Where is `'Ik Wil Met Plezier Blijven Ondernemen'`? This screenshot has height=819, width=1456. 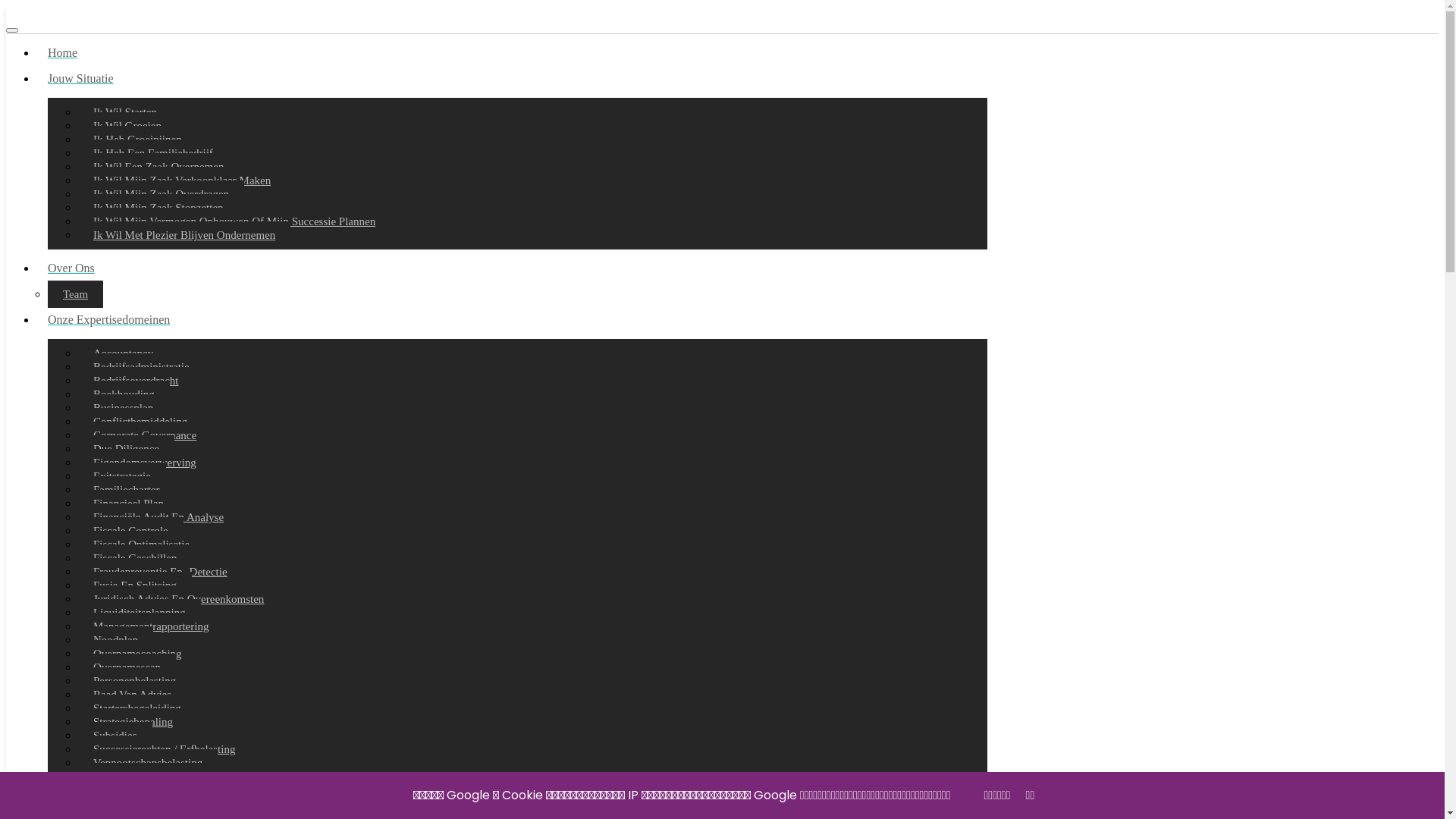
'Ik Wil Met Plezier Blijven Ondernemen' is located at coordinates (184, 234).